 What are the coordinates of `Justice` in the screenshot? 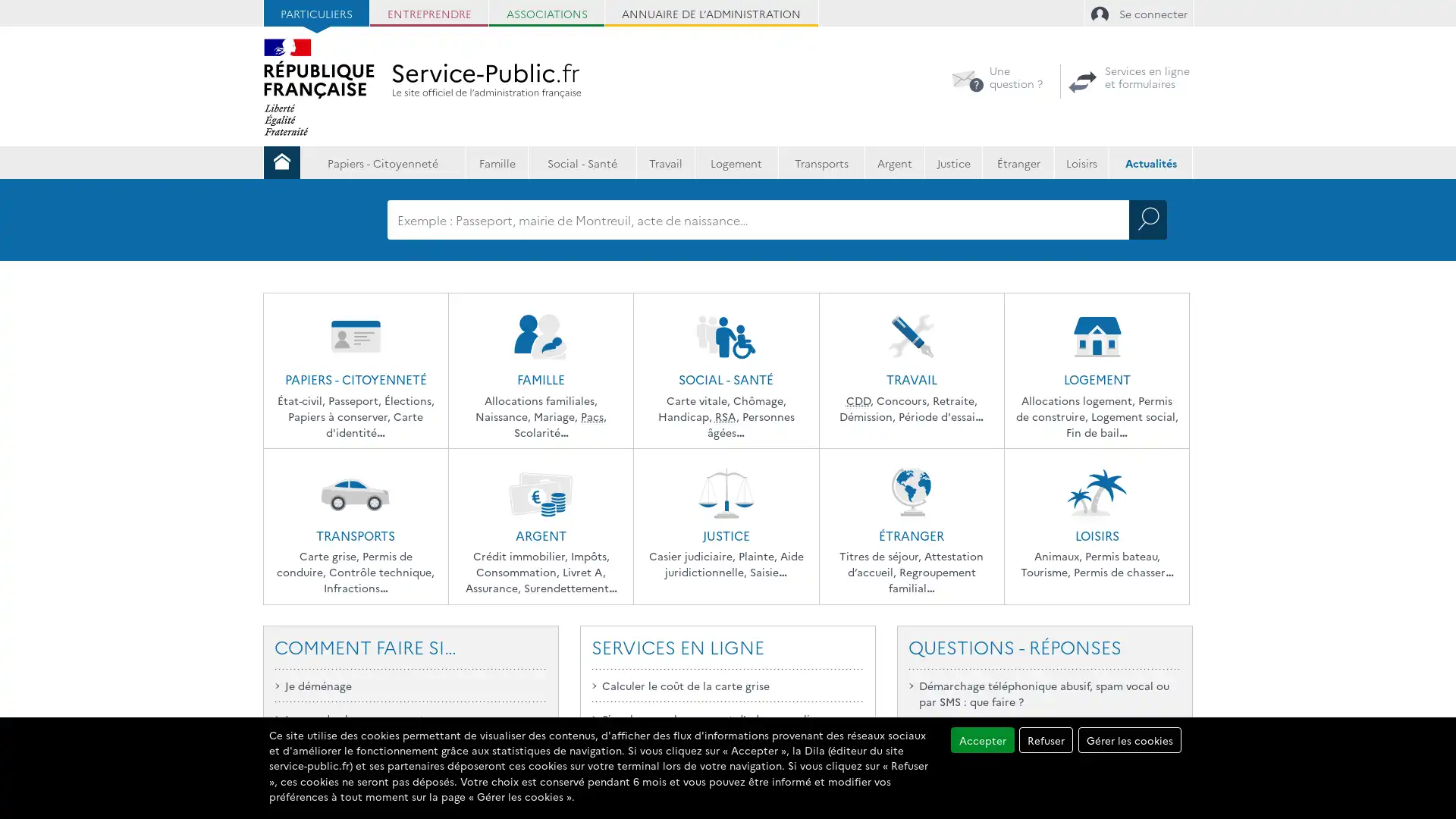 It's located at (952, 162).